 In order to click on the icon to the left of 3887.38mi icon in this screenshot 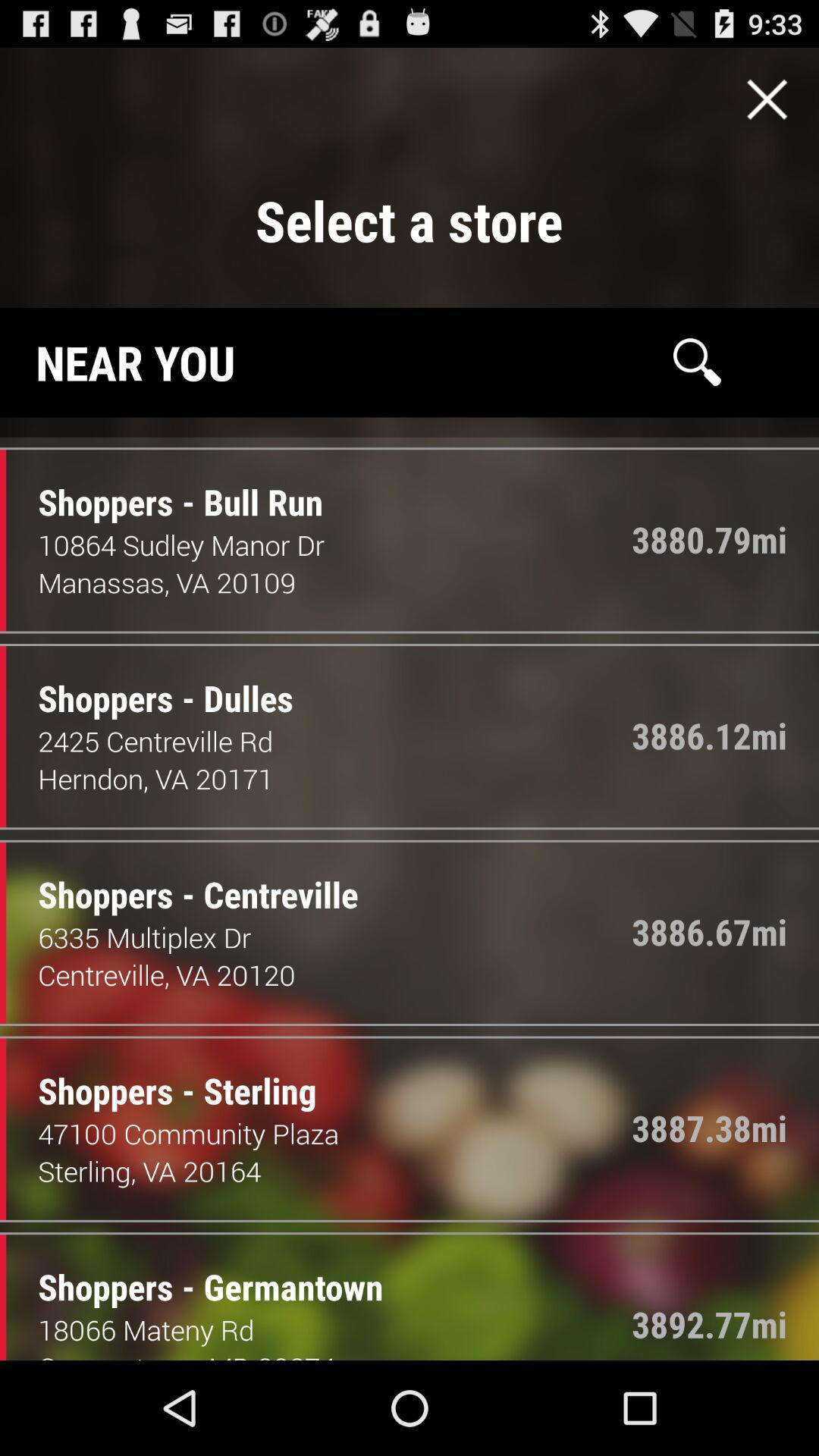, I will do `click(165, 1075)`.